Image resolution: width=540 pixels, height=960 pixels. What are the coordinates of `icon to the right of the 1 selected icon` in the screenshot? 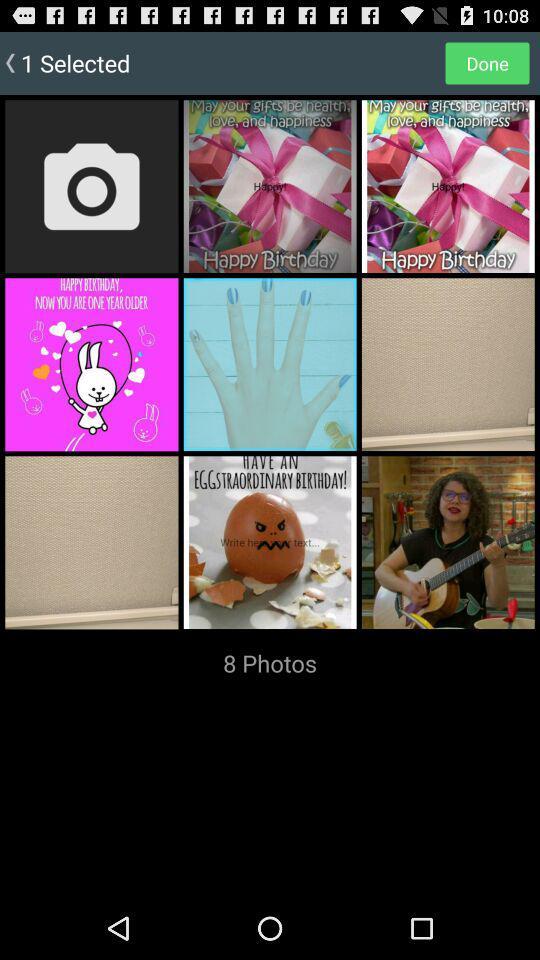 It's located at (486, 62).